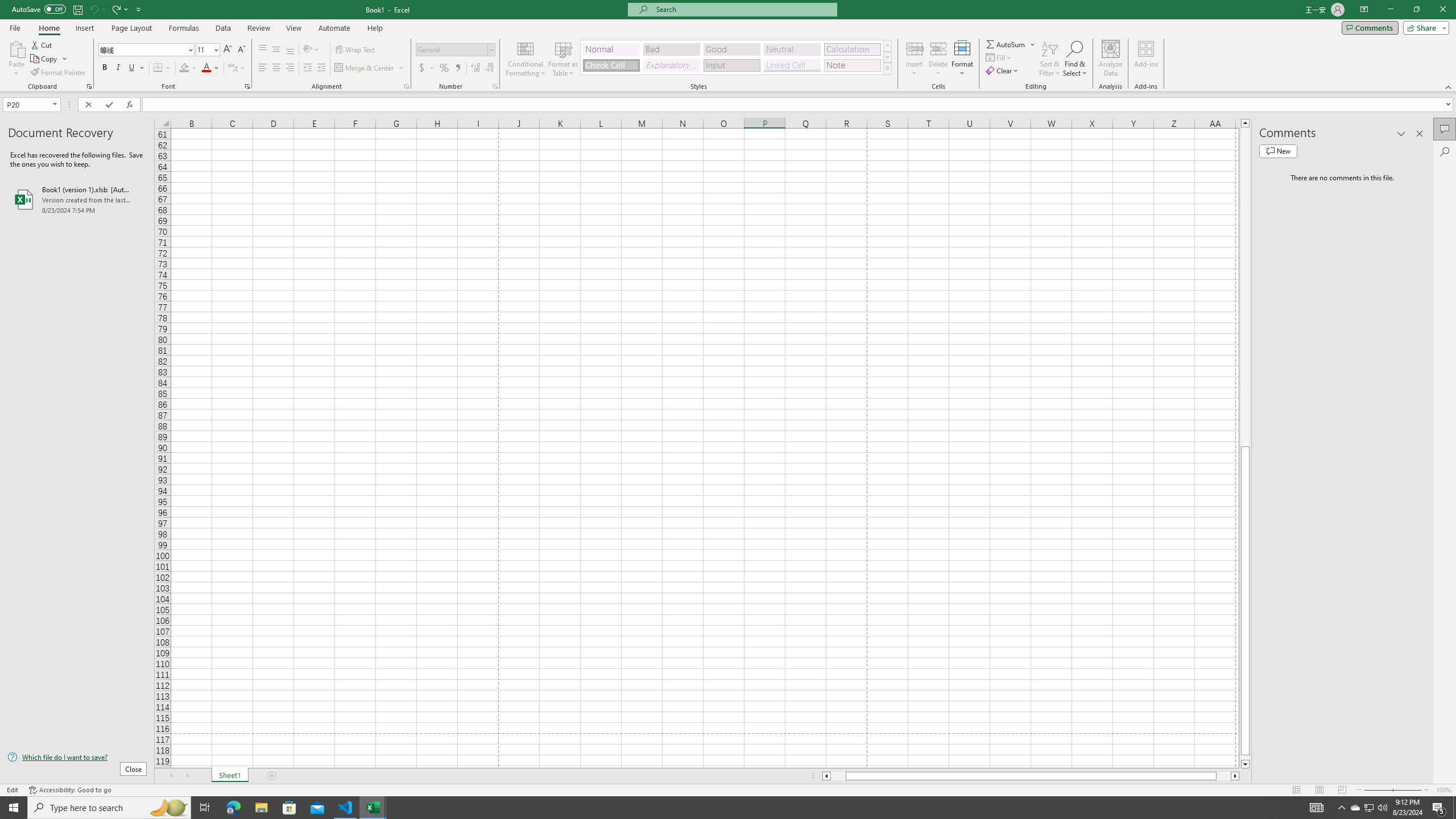 Image resolution: width=1456 pixels, height=819 pixels. Describe the element at coordinates (369, 67) in the screenshot. I see `'Merge & Center'` at that location.